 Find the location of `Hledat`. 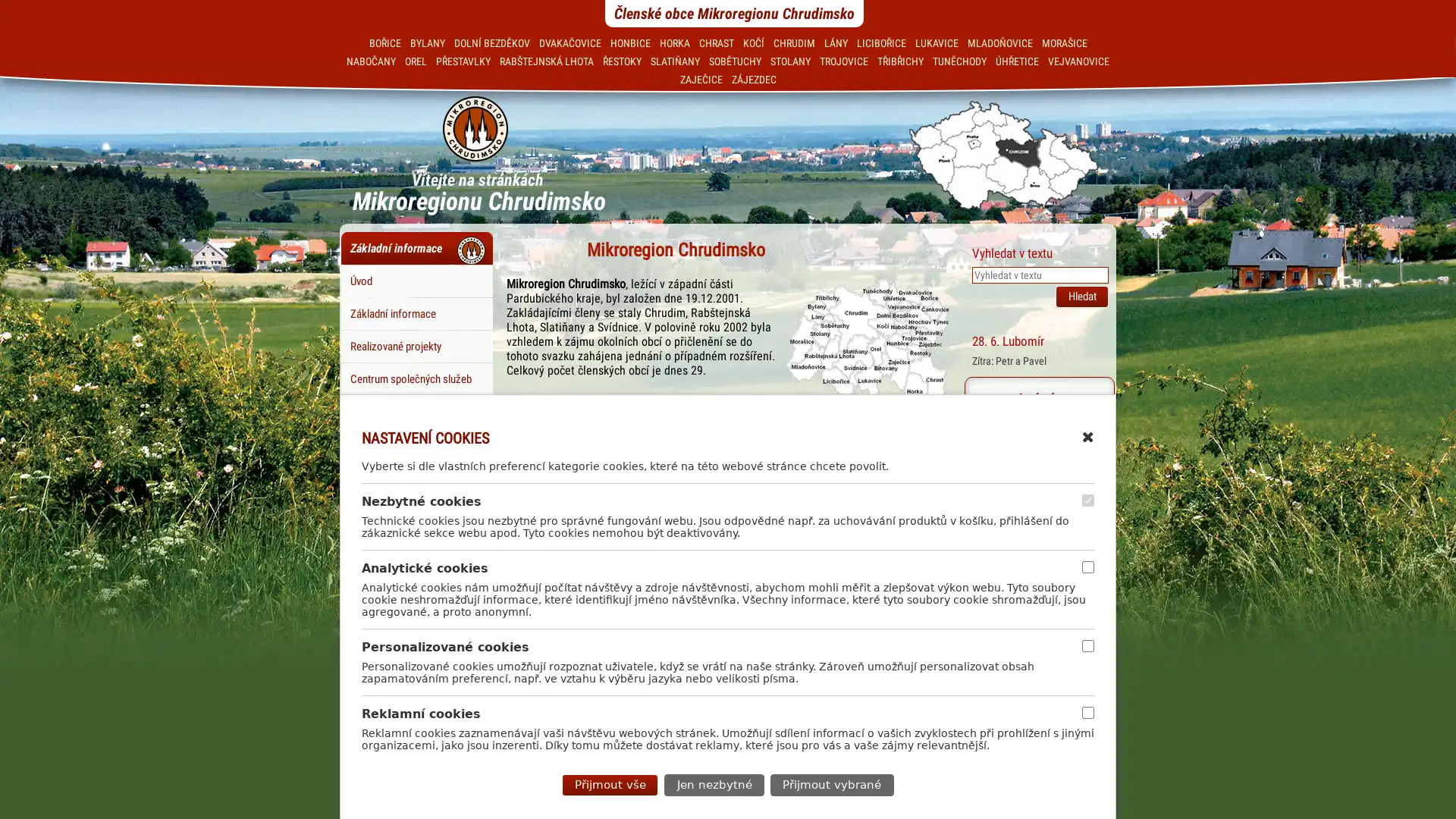

Hledat is located at coordinates (1081, 296).